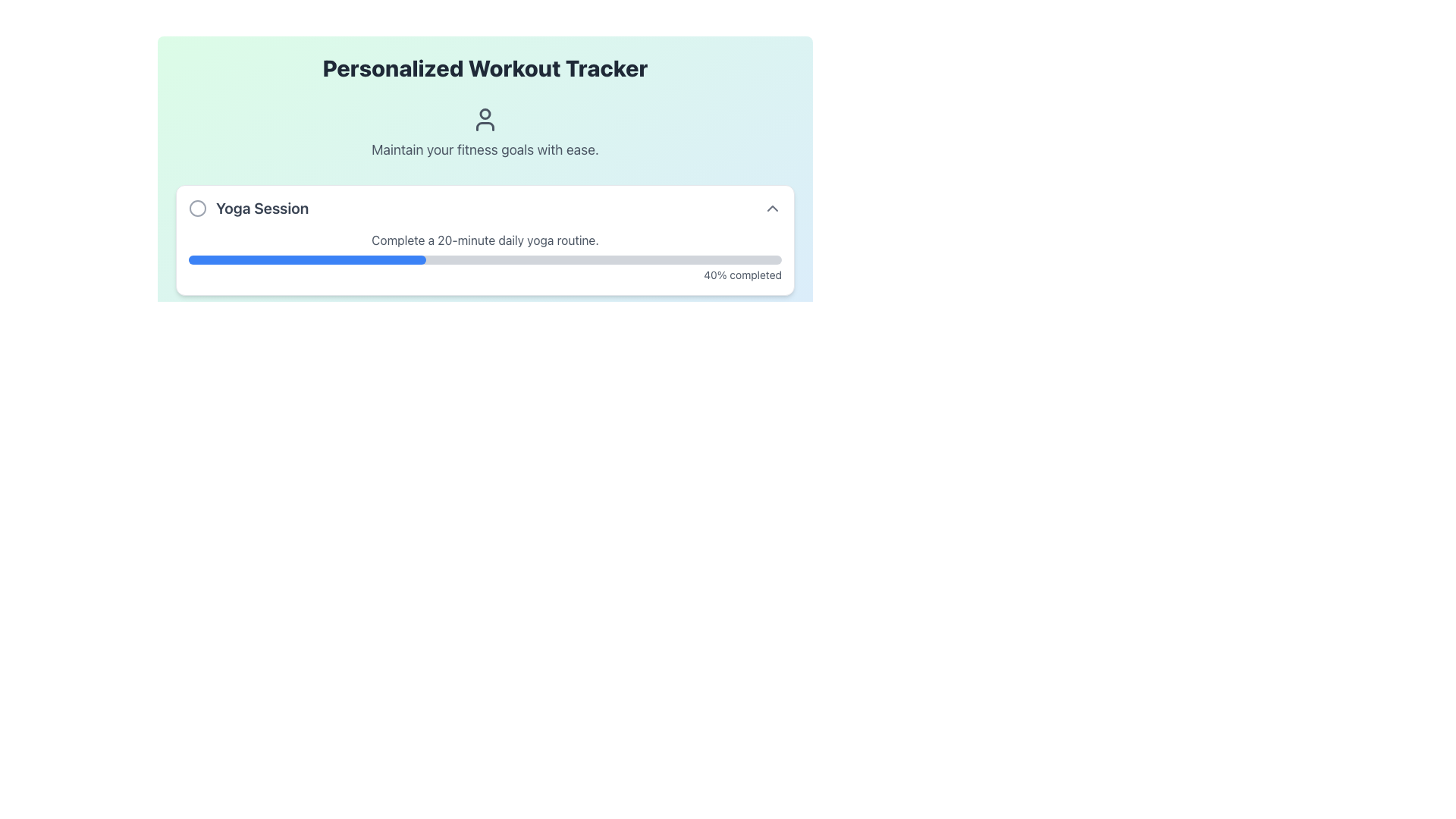 The width and height of the screenshot is (1456, 819). I want to click on the Chevron Up icon located at the far right of the 'Yoga Session' layout, so click(772, 208).